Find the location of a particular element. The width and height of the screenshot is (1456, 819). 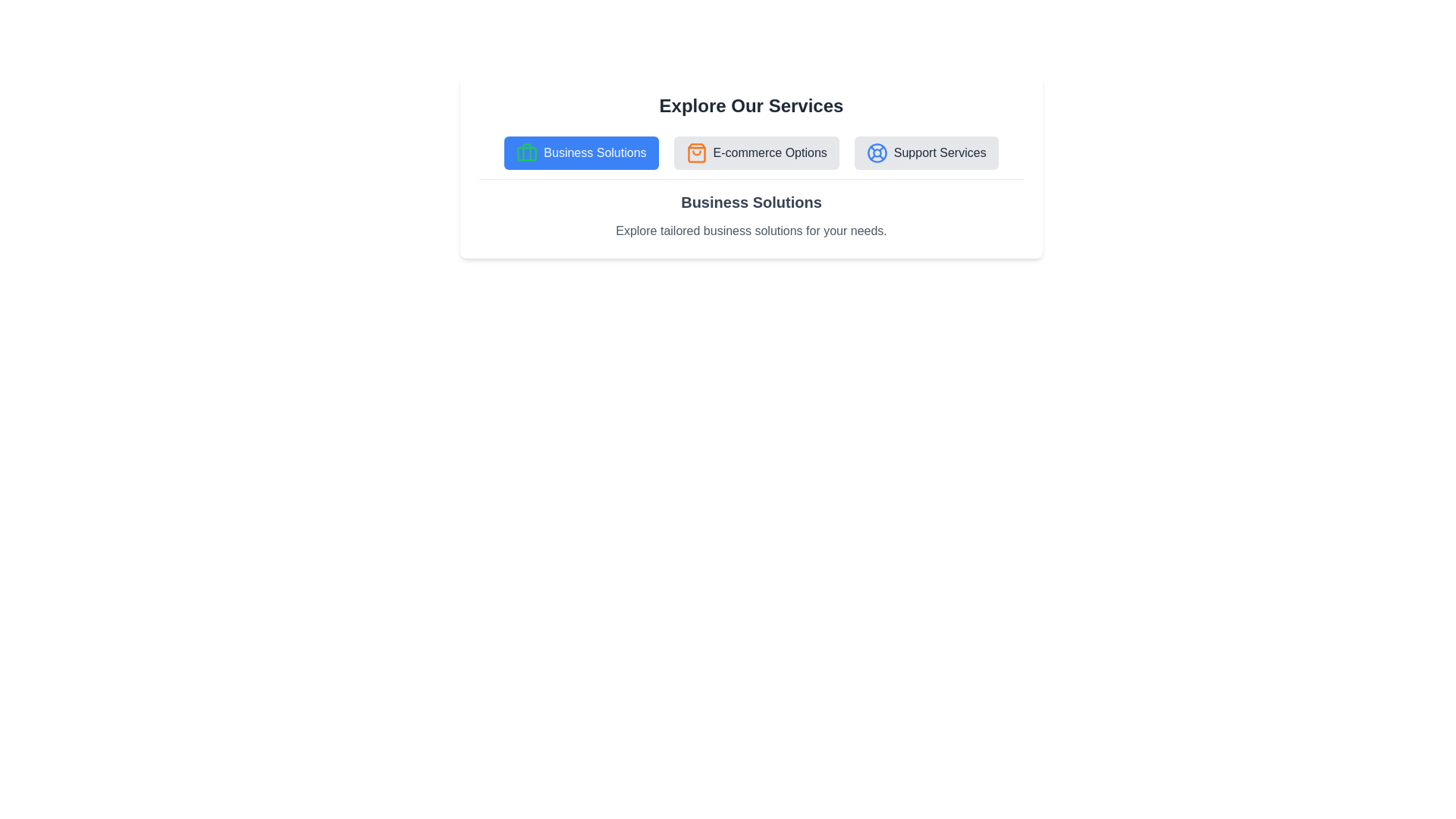

the tab corresponding to Business Solutions is located at coordinates (580, 152).